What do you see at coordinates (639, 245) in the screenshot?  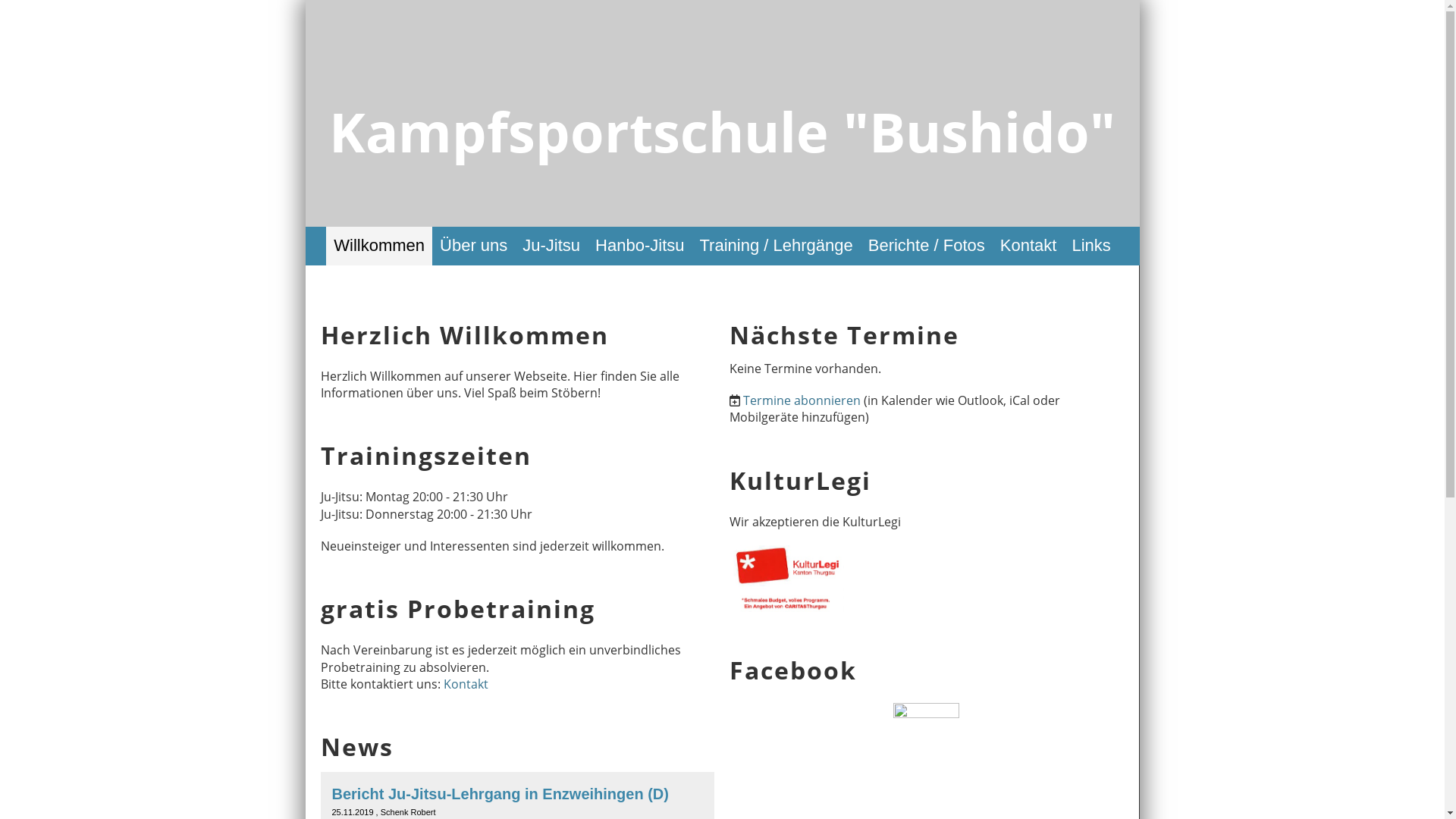 I see `'Hanbo-Jitsu'` at bounding box center [639, 245].